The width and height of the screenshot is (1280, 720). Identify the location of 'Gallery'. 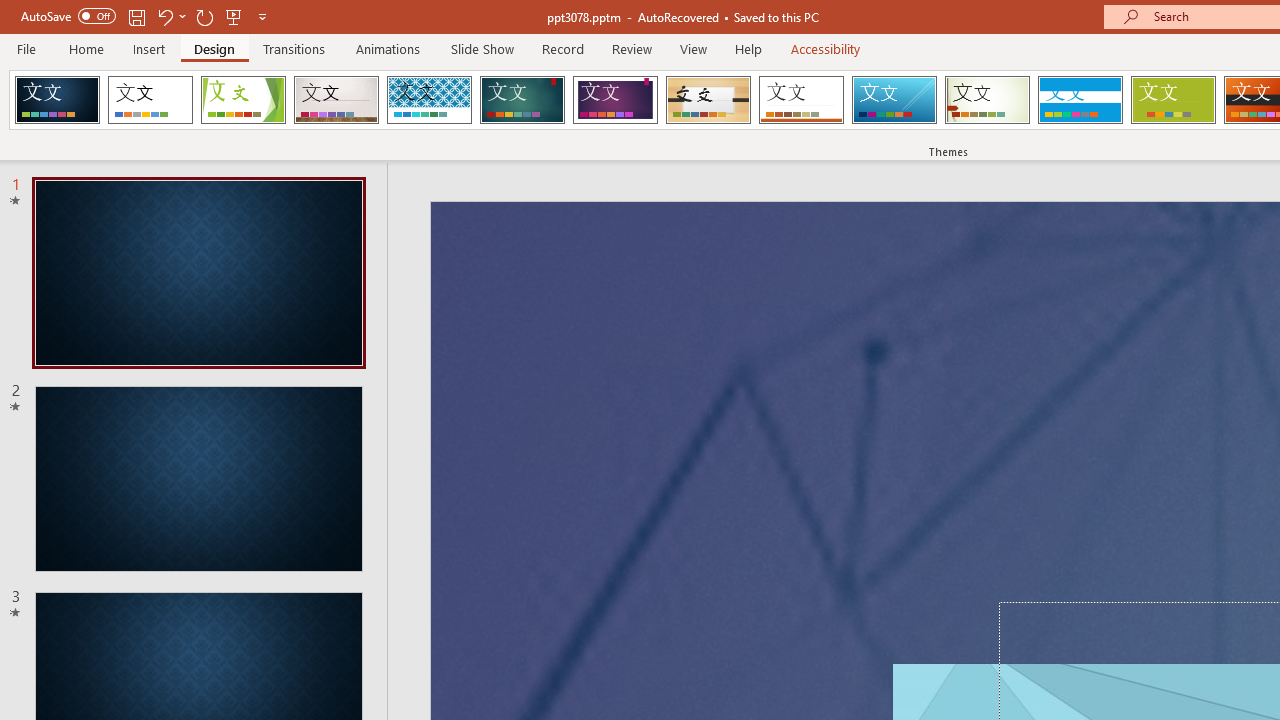
(336, 100).